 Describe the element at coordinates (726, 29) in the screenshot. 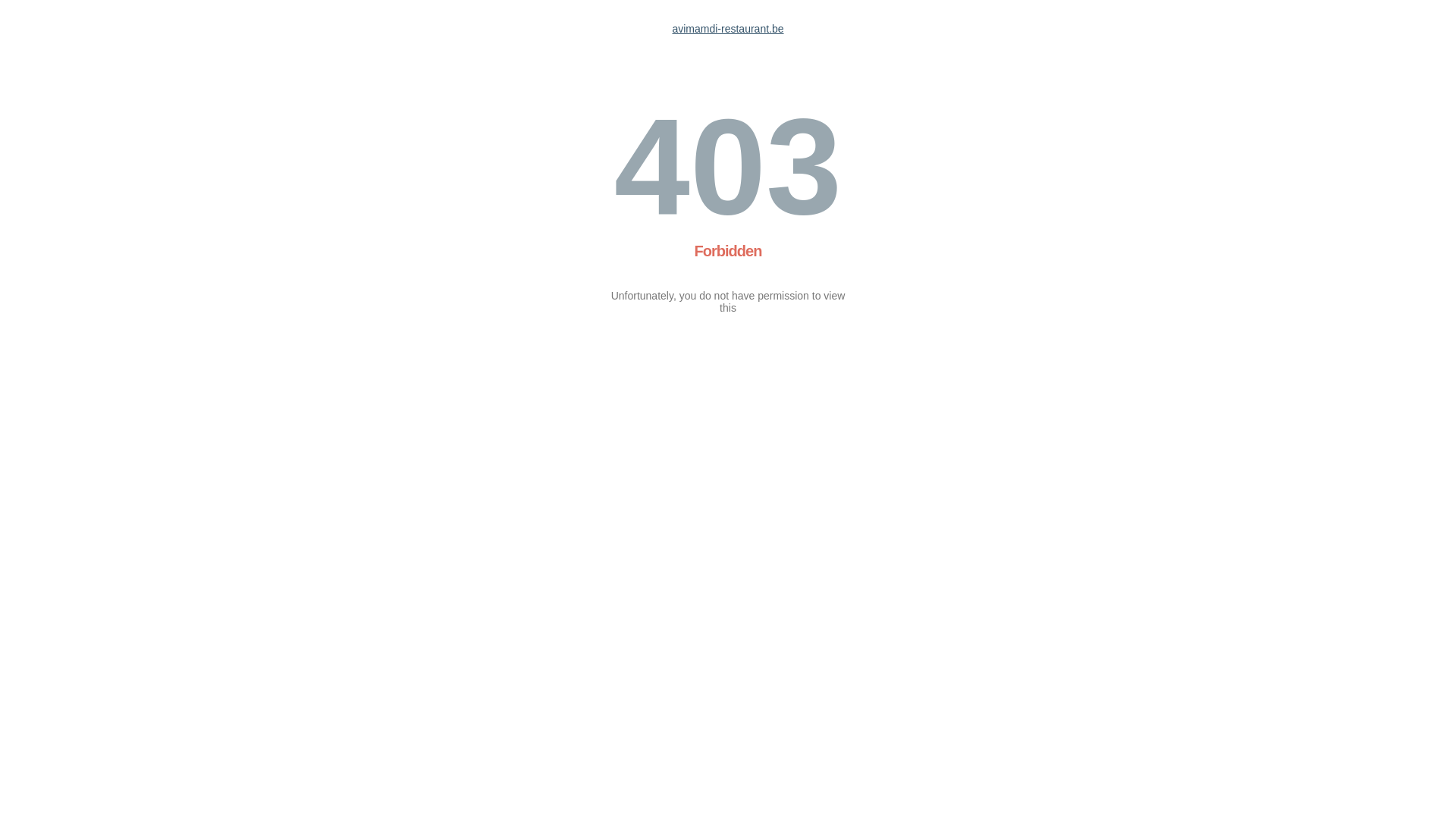

I see `'avimamdi-restaurant.be'` at that location.